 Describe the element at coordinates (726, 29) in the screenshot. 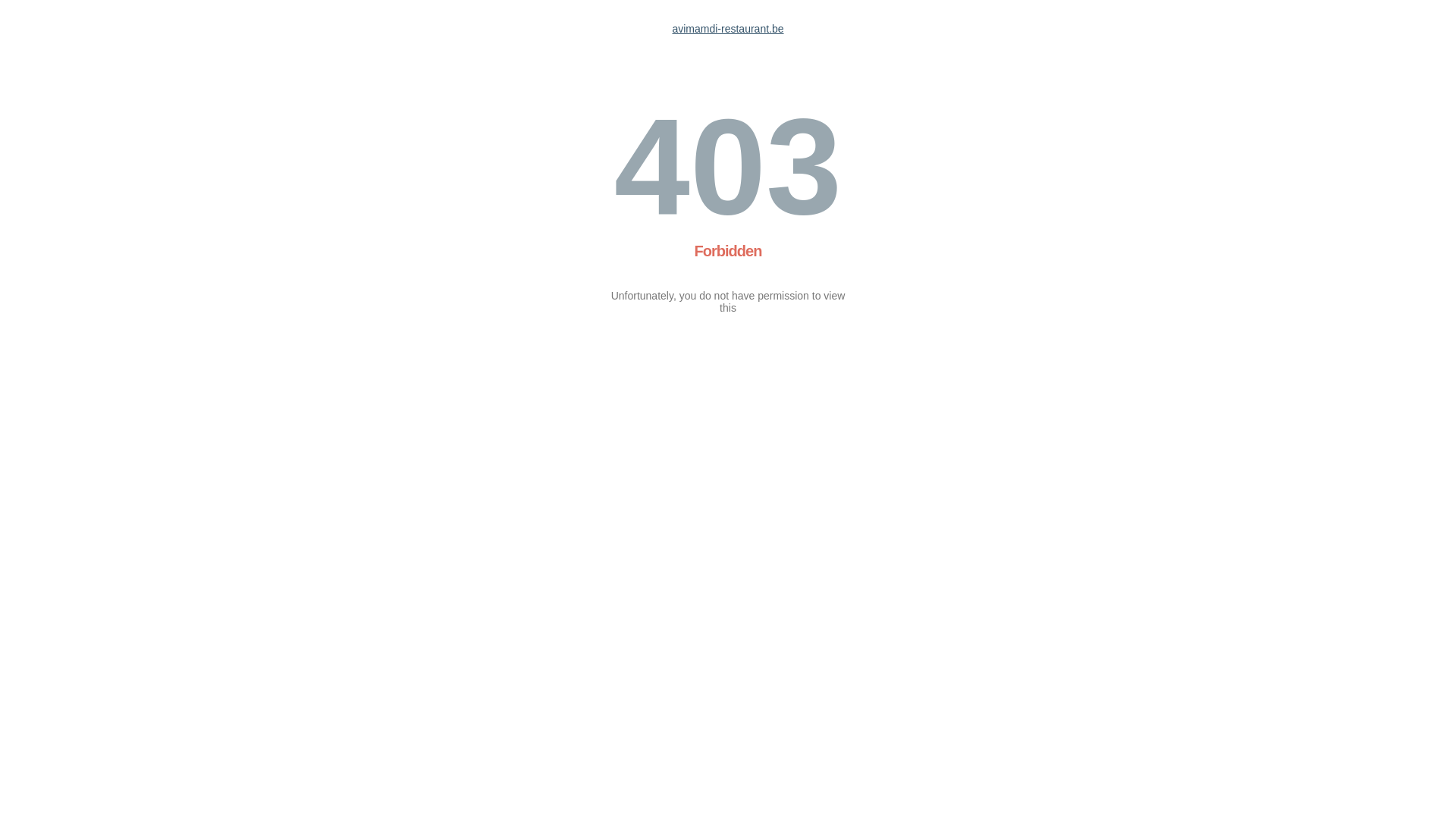

I see `'avimamdi-restaurant.be'` at that location.